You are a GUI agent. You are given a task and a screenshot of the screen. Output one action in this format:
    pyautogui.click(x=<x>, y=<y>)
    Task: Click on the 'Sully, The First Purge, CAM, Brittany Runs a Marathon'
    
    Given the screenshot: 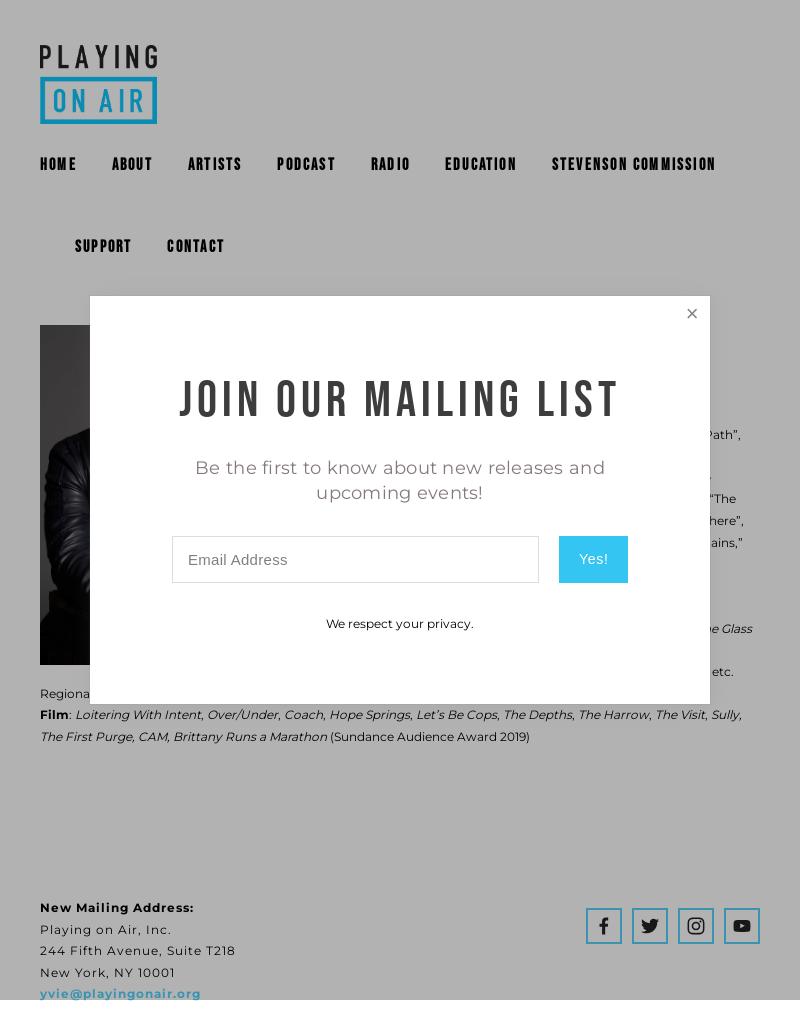 What is the action you would take?
    pyautogui.click(x=391, y=723)
    